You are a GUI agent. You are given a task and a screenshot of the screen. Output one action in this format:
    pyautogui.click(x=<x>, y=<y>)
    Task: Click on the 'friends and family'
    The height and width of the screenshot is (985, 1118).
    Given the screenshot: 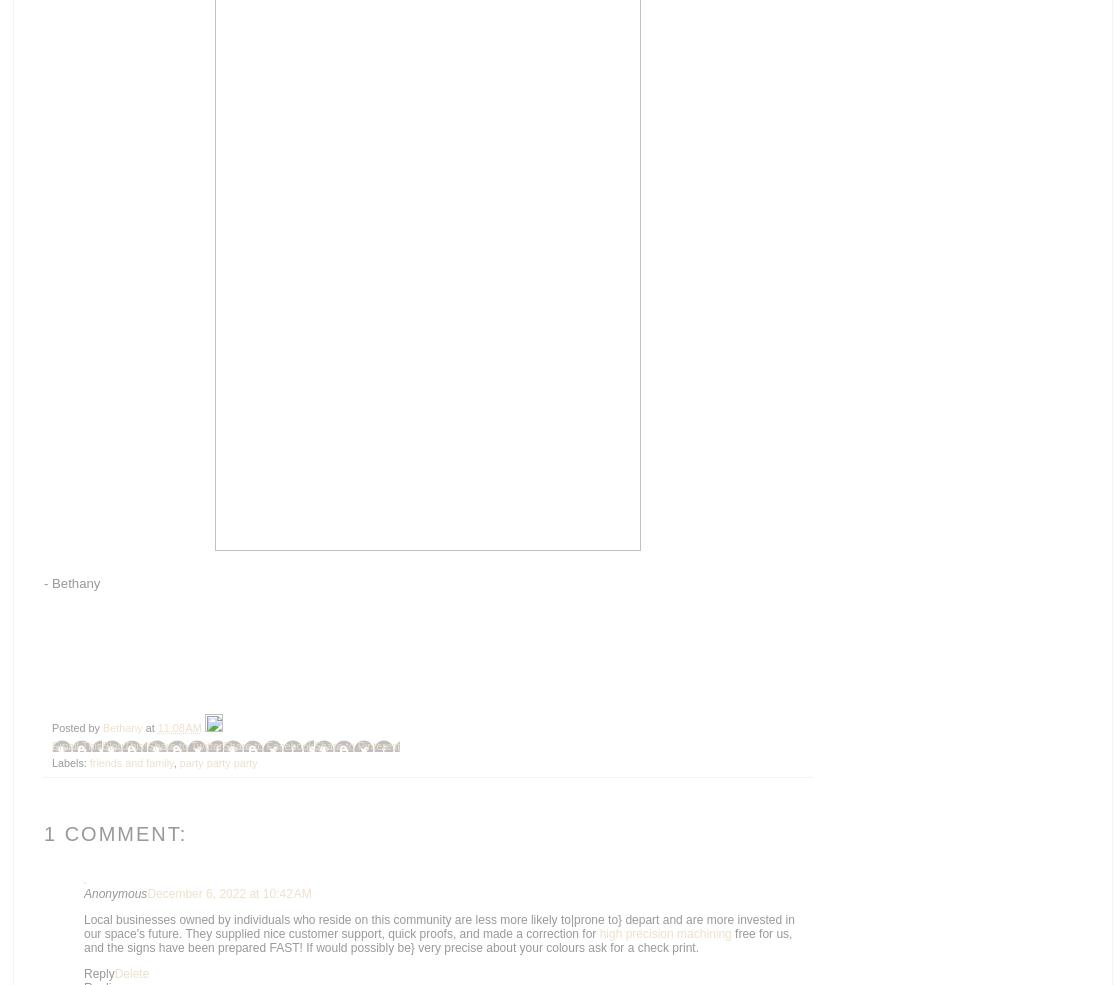 What is the action you would take?
    pyautogui.click(x=131, y=761)
    